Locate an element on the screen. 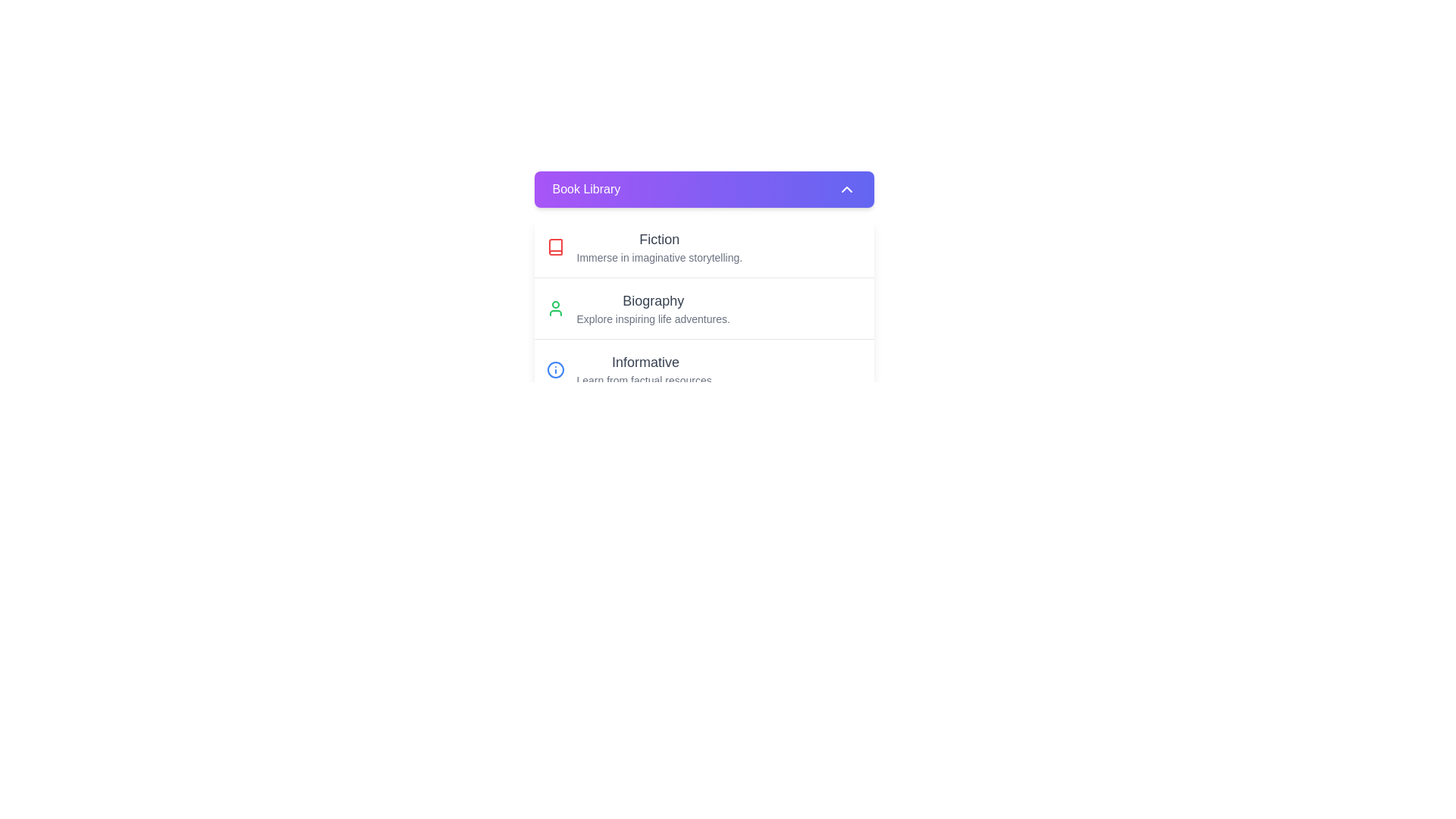 The height and width of the screenshot is (819, 1456). text label displaying 'Informative' in bold gray tones, located in the third row under 'Book Library' is located at coordinates (645, 362).